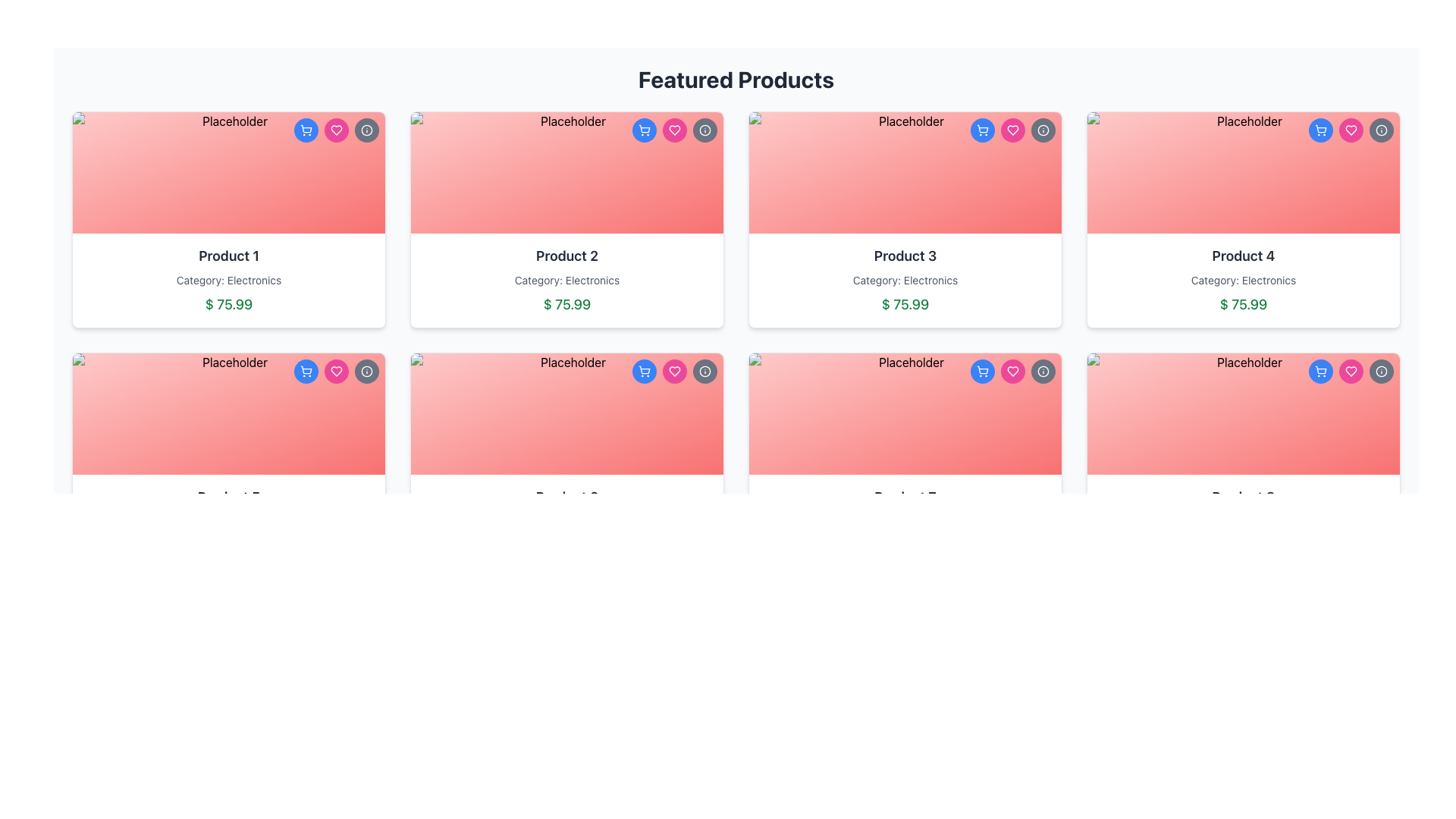  Describe the element at coordinates (566, 256) in the screenshot. I see `the Static Text Label that displays the product name in the second card of the grid layout, located in the middle row and second column` at that location.